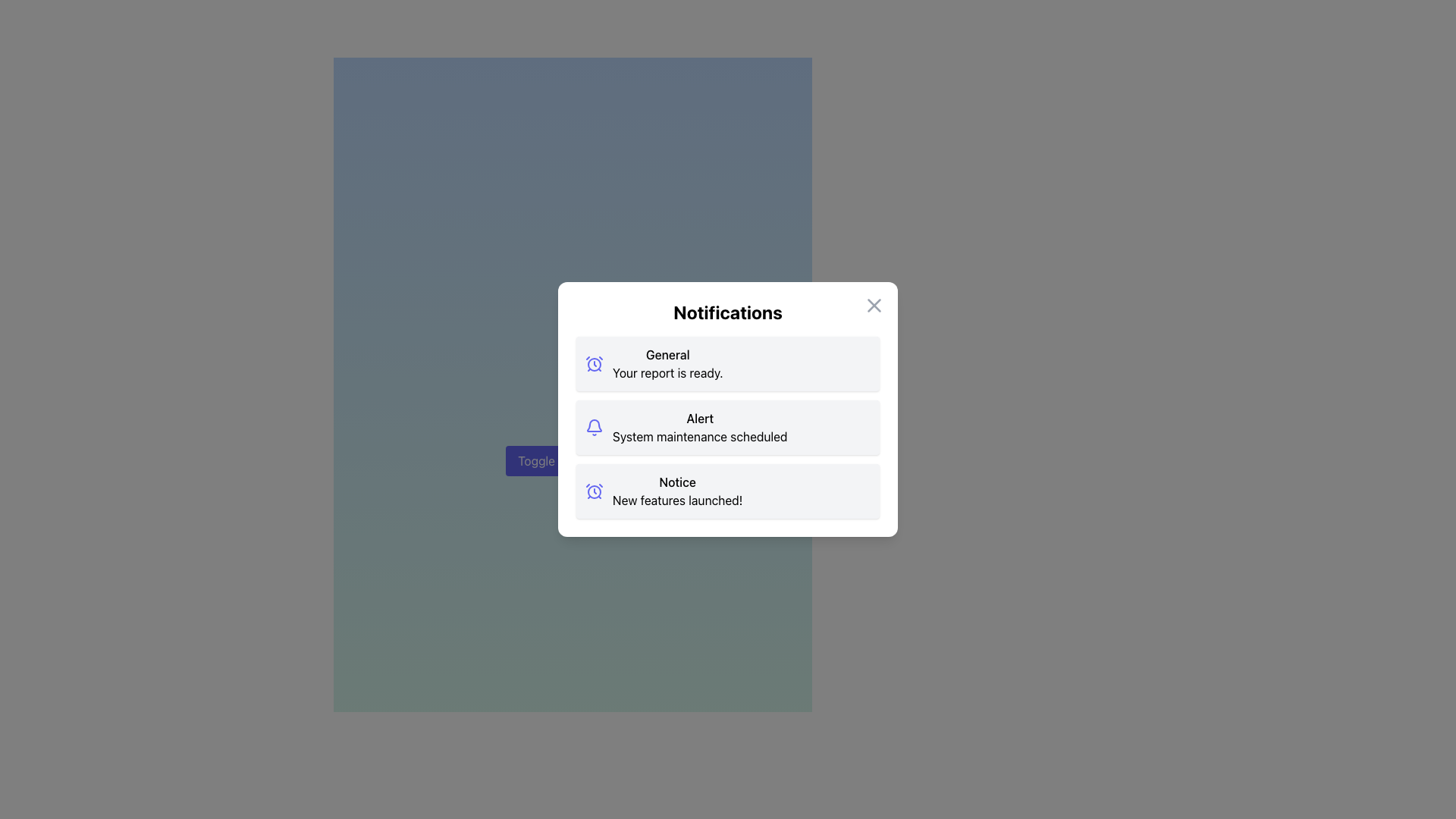 The width and height of the screenshot is (1456, 819). Describe the element at coordinates (699, 436) in the screenshot. I see `the static text element that conveys important information about system maintenance scheduling, which is located under the subtitle 'Alert' in the second notification card` at that location.